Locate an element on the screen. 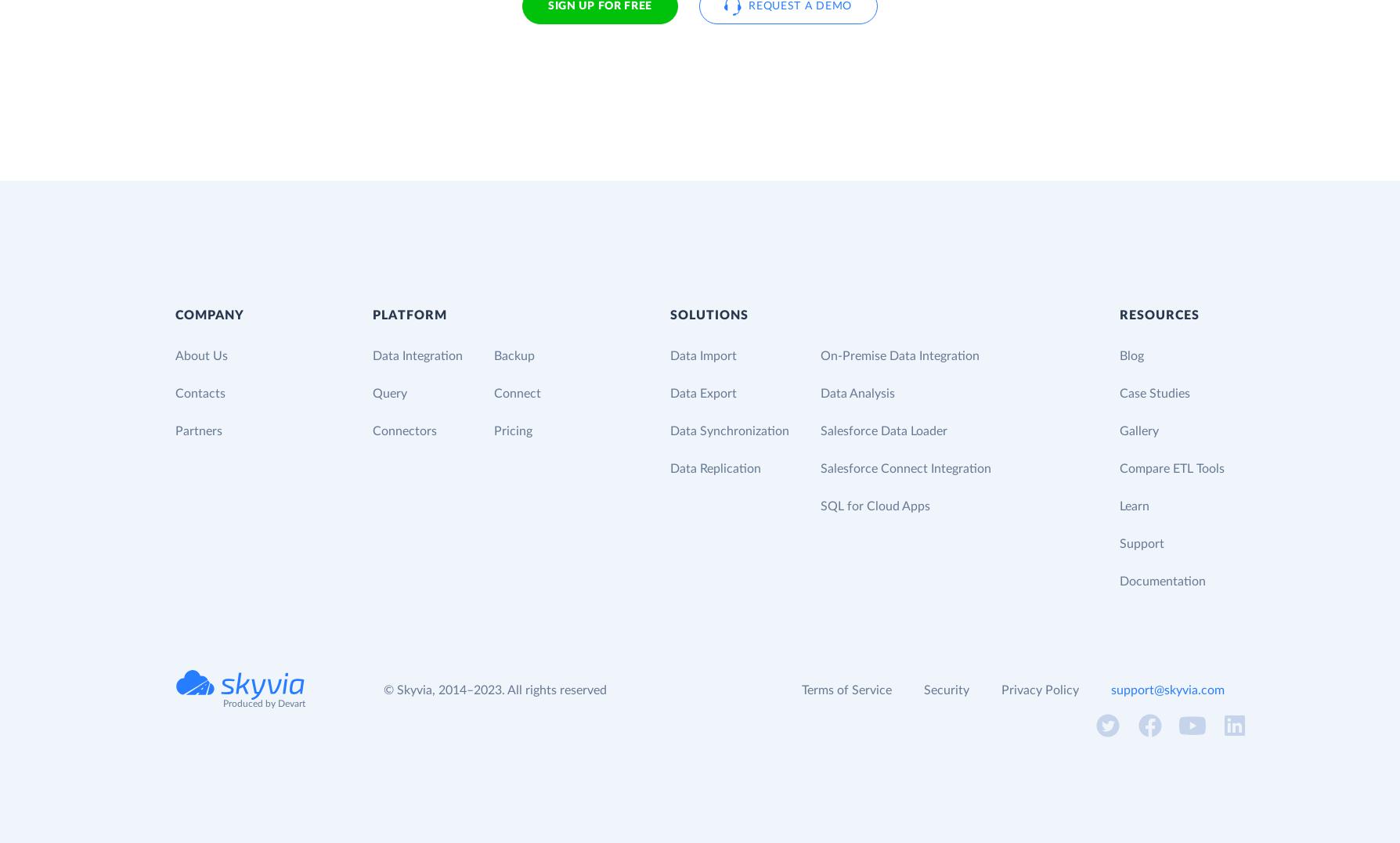 Image resolution: width=1400 pixels, height=843 pixels. 'Resources' is located at coordinates (1158, 315).